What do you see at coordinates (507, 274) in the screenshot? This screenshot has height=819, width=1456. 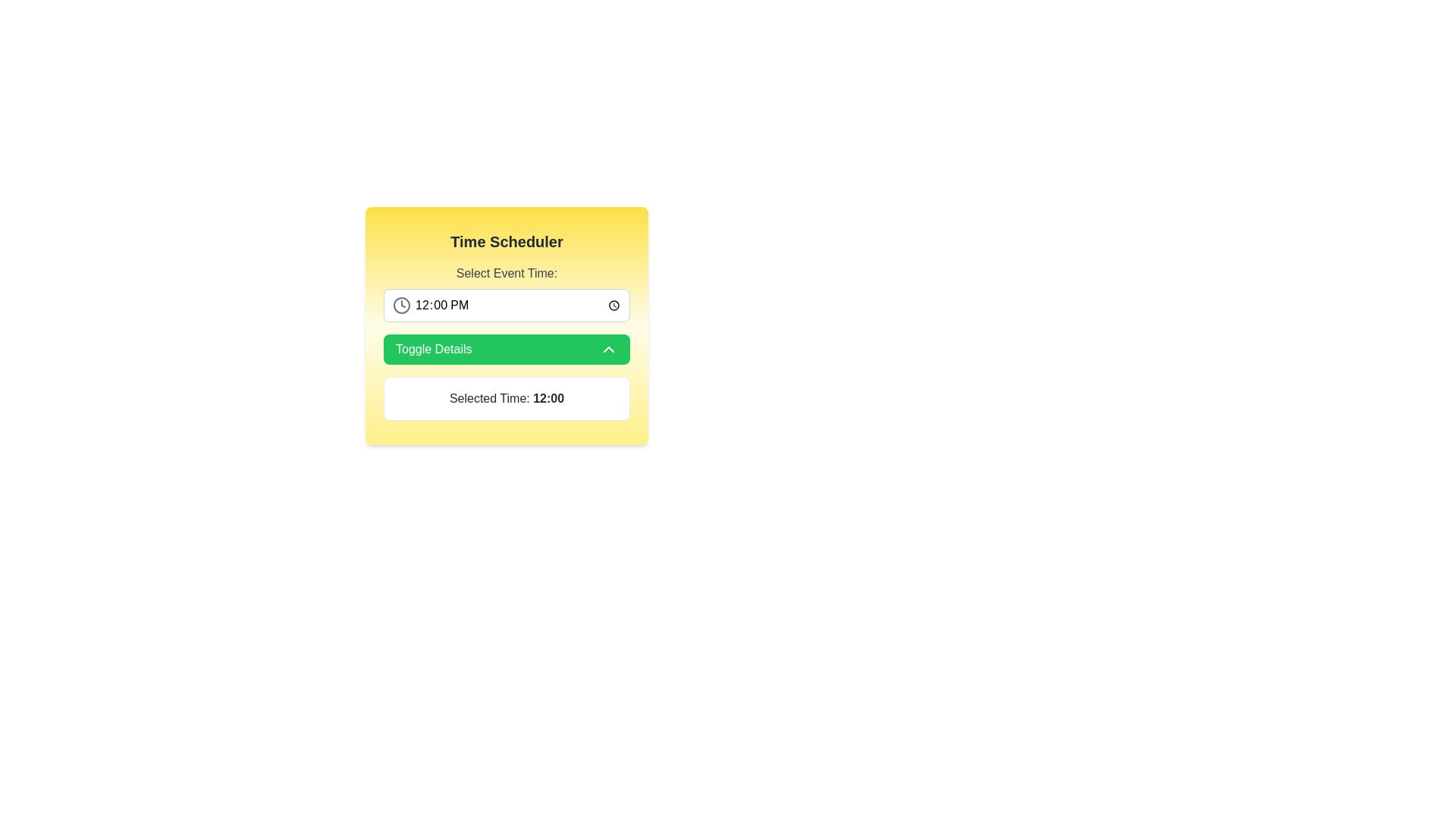 I see `the 'Select Event Time:' text label, which provides contextual instruction for selecting an event time` at bounding box center [507, 274].